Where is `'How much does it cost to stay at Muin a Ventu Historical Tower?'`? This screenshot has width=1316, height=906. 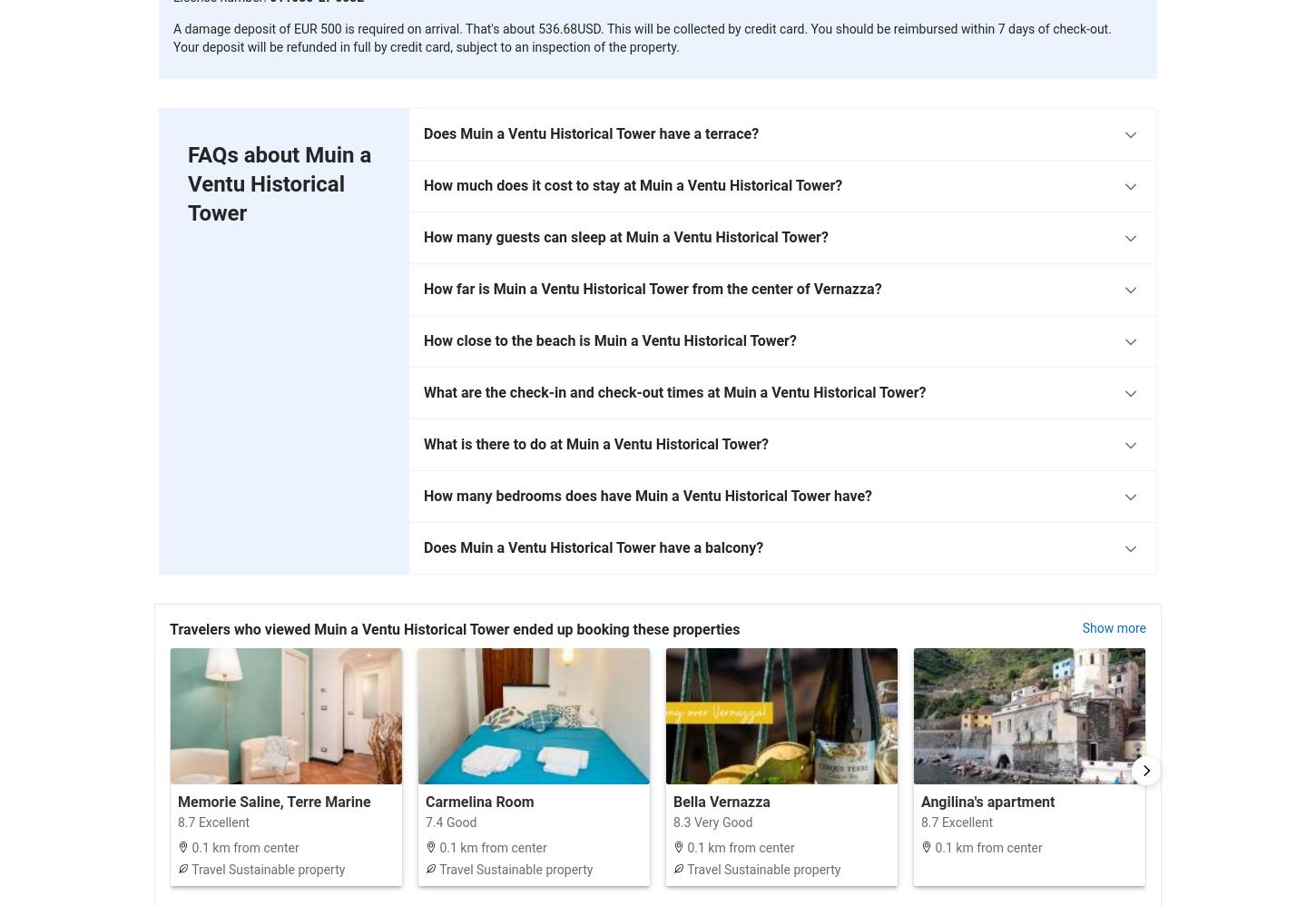
'How much does it cost to stay at Muin a Ventu Historical Tower?' is located at coordinates (632, 184).